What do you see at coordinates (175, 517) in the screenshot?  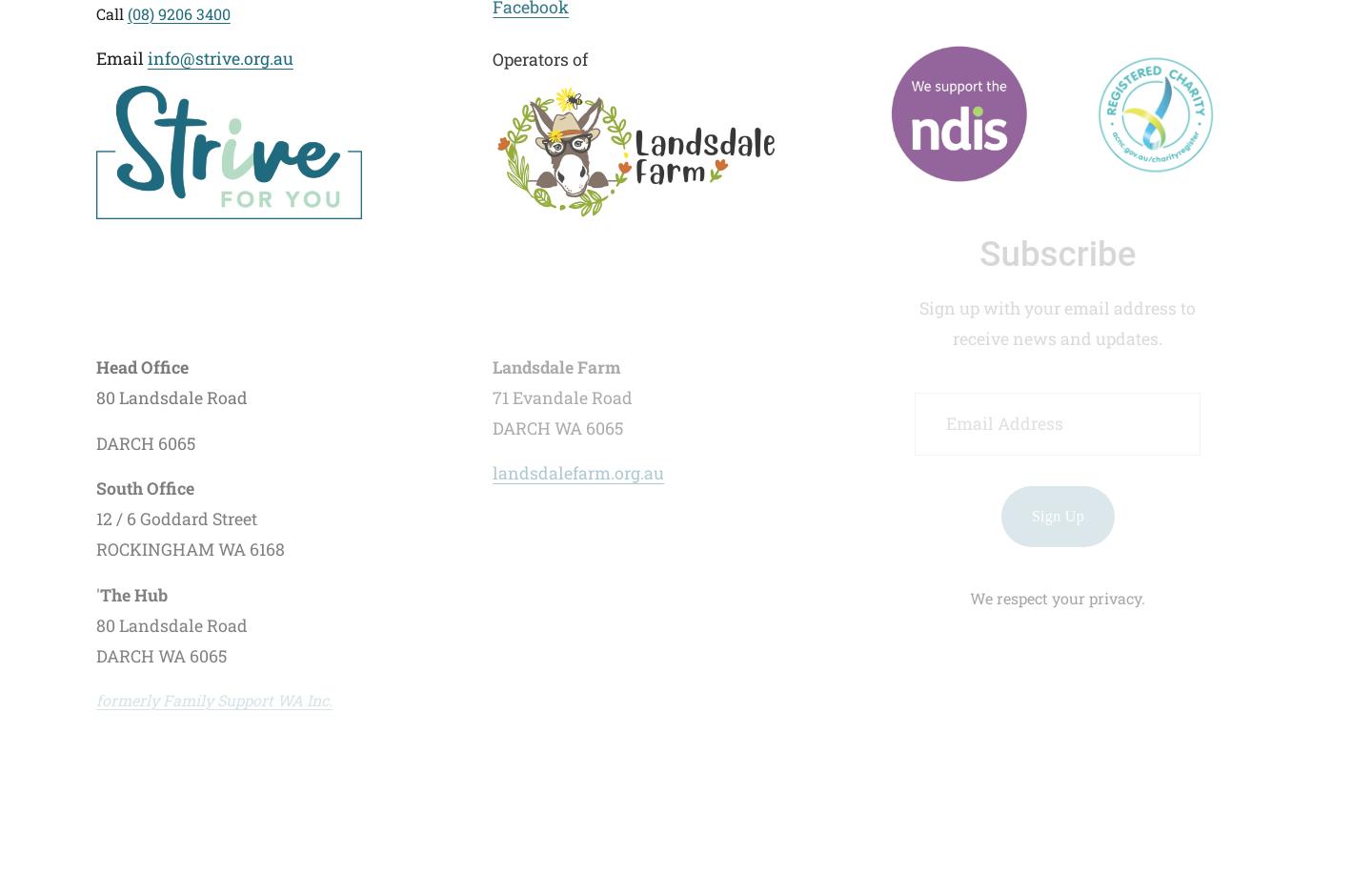 I see `'12 / 6 Goddard Street'` at bounding box center [175, 517].